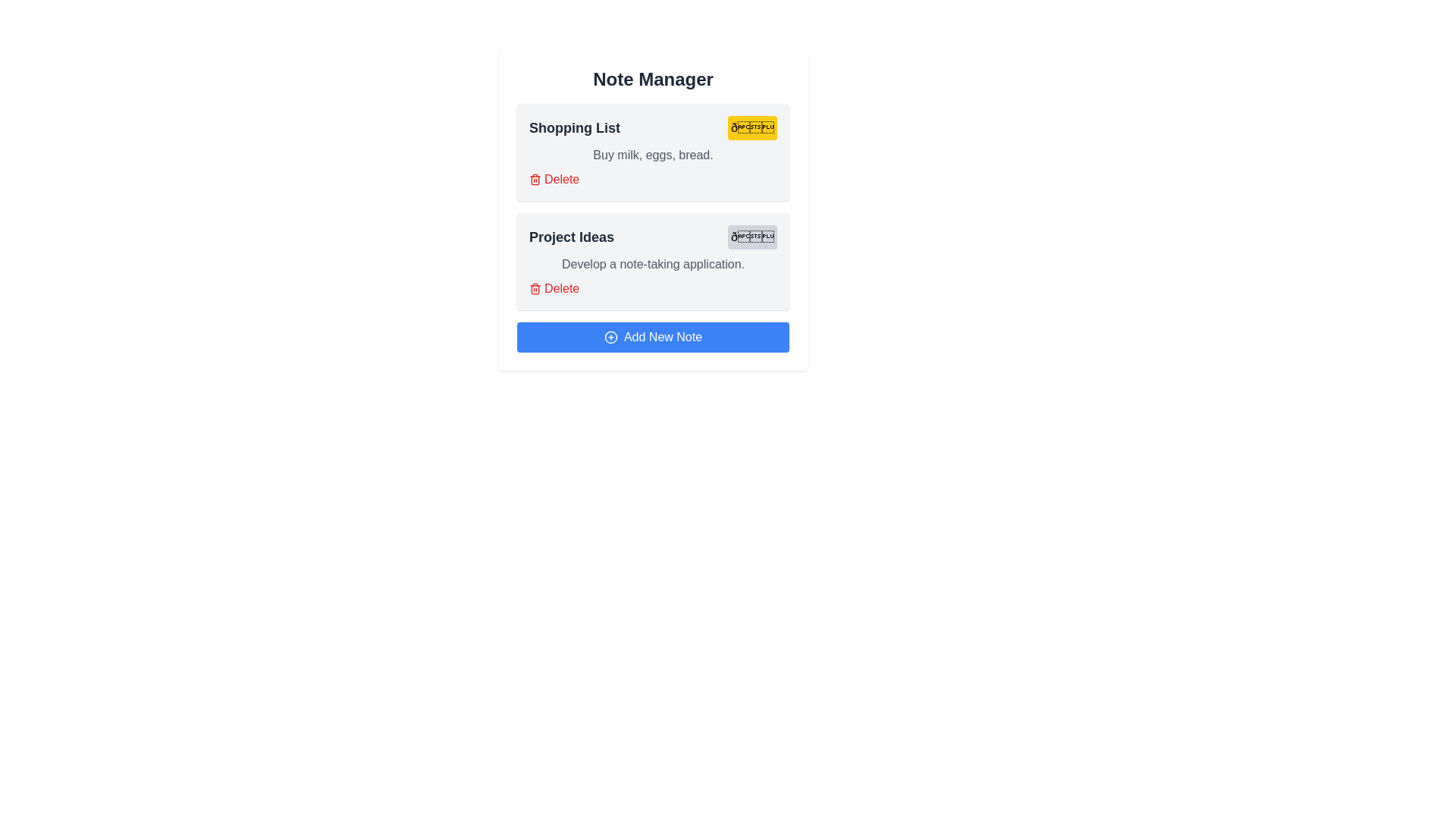  What do you see at coordinates (653, 336) in the screenshot?
I see `'Add New Note' button to create a new note` at bounding box center [653, 336].